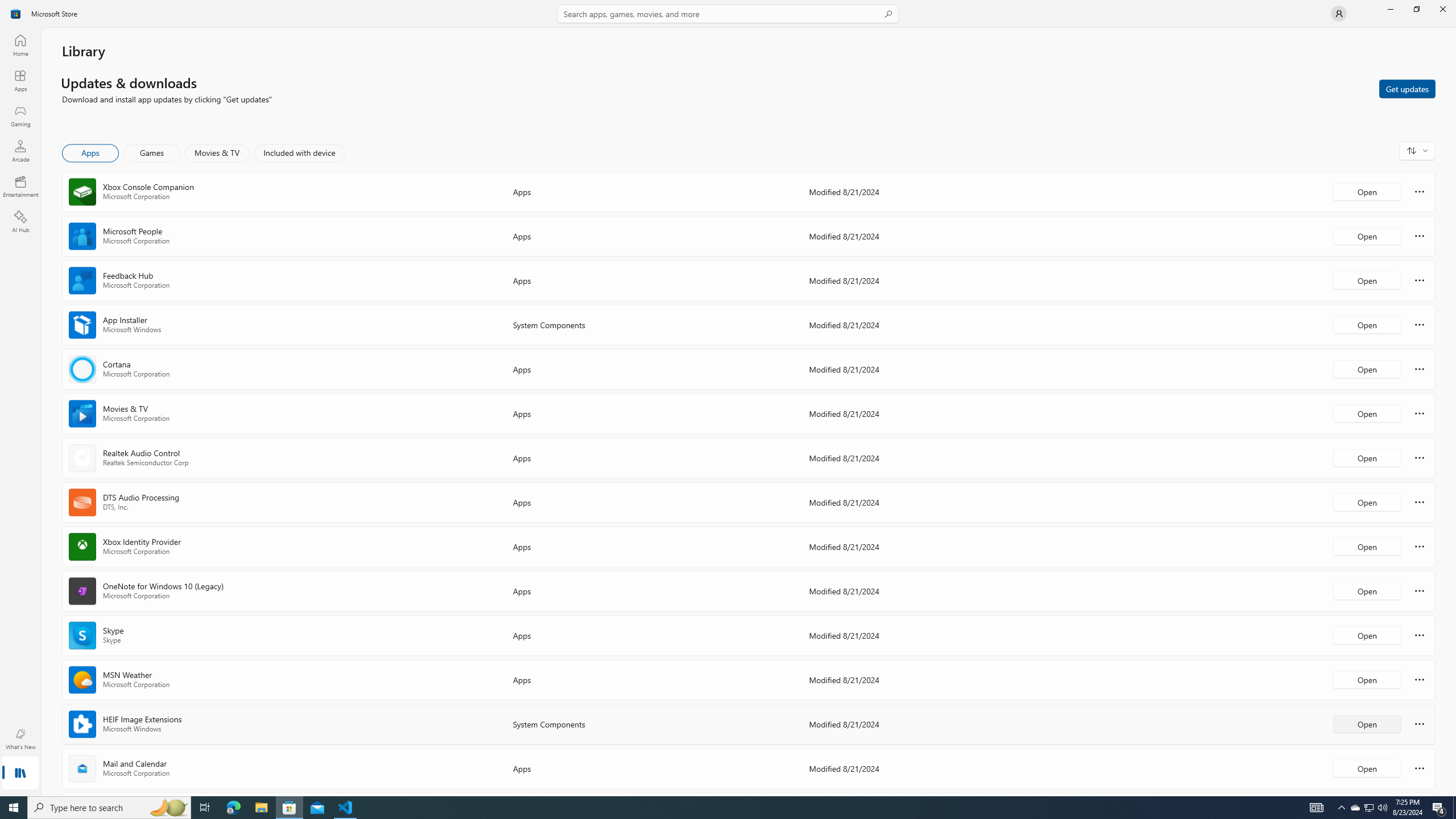 Image resolution: width=1456 pixels, height=819 pixels. I want to click on 'Games', so click(151, 152).